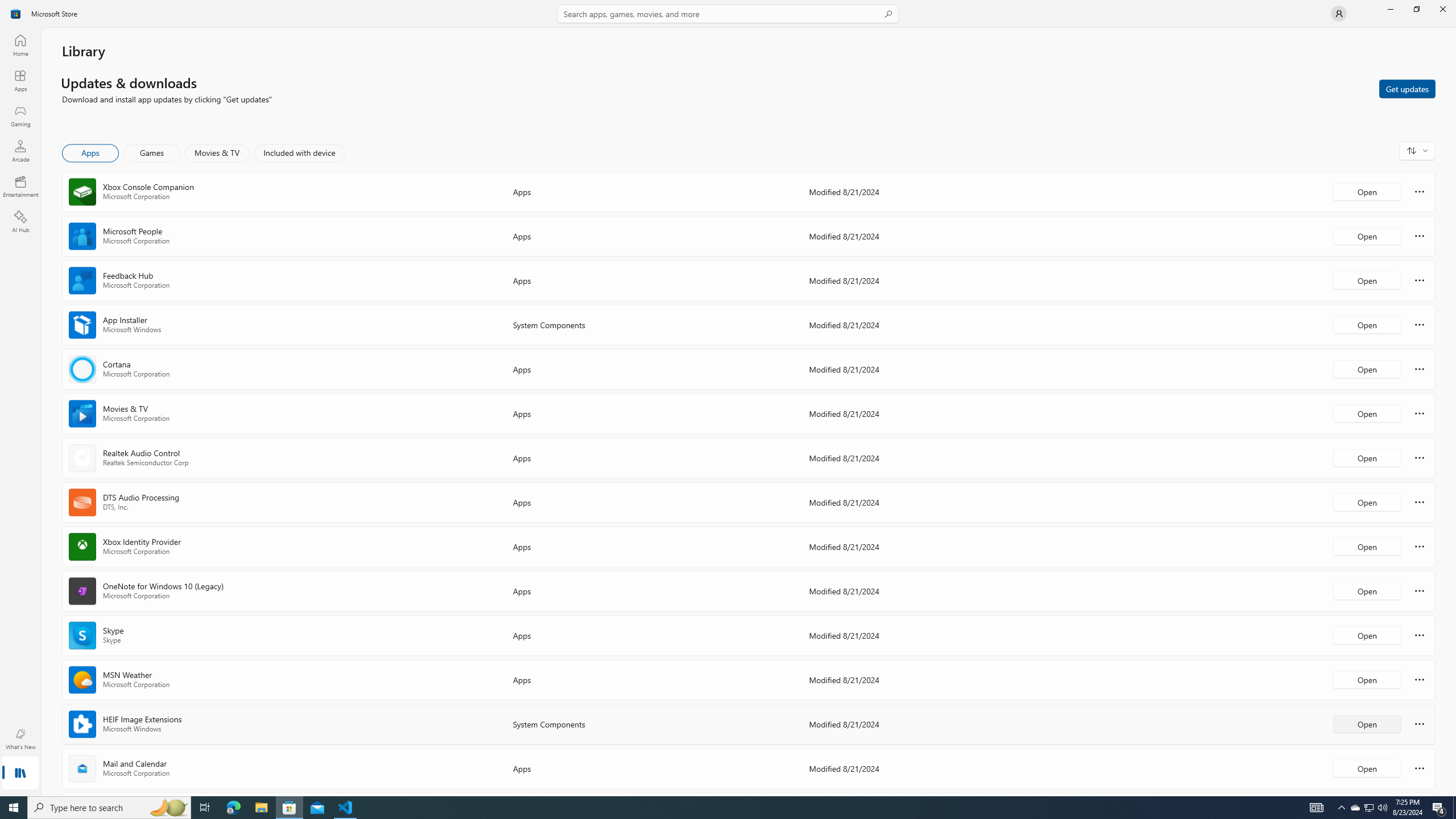 Image resolution: width=1456 pixels, height=819 pixels. I want to click on 'Games', so click(151, 152).